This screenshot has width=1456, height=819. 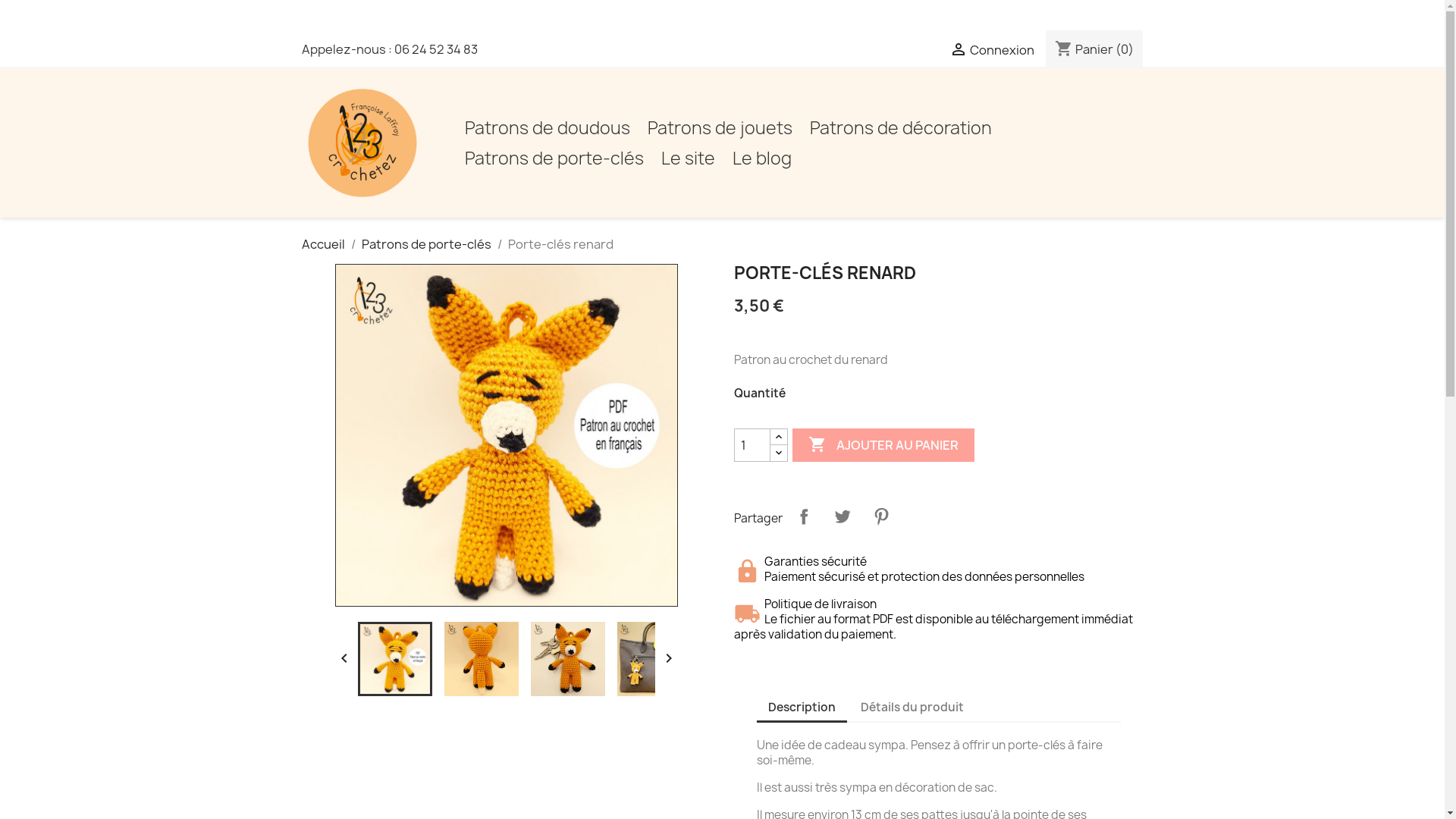 What do you see at coordinates (880, 516) in the screenshot?
I see `'Pinterest'` at bounding box center [880, 516].